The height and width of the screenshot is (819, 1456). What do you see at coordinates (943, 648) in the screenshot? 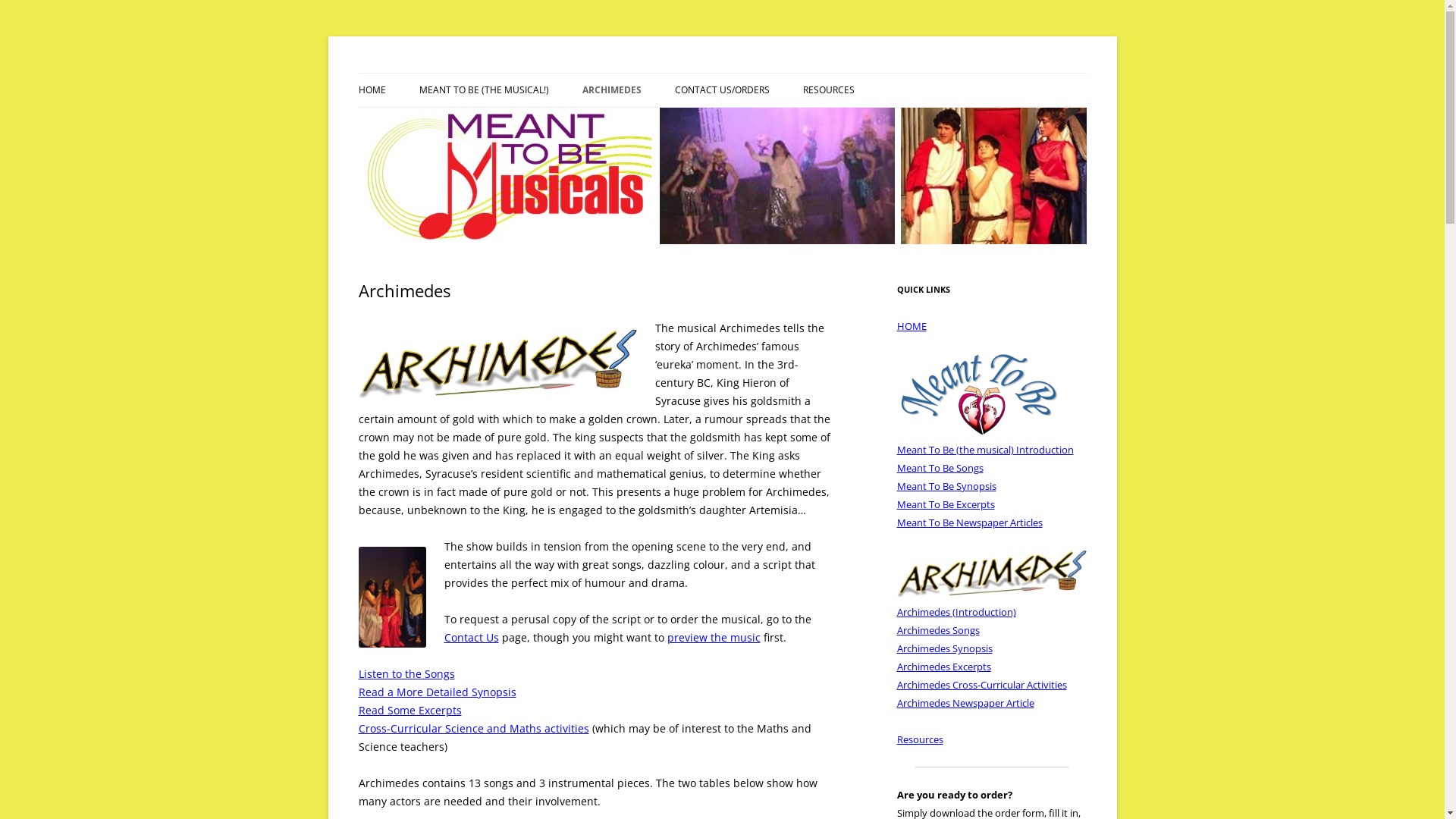
I see `'Archimedes Synopsis'` at bounding box center [943, 648].